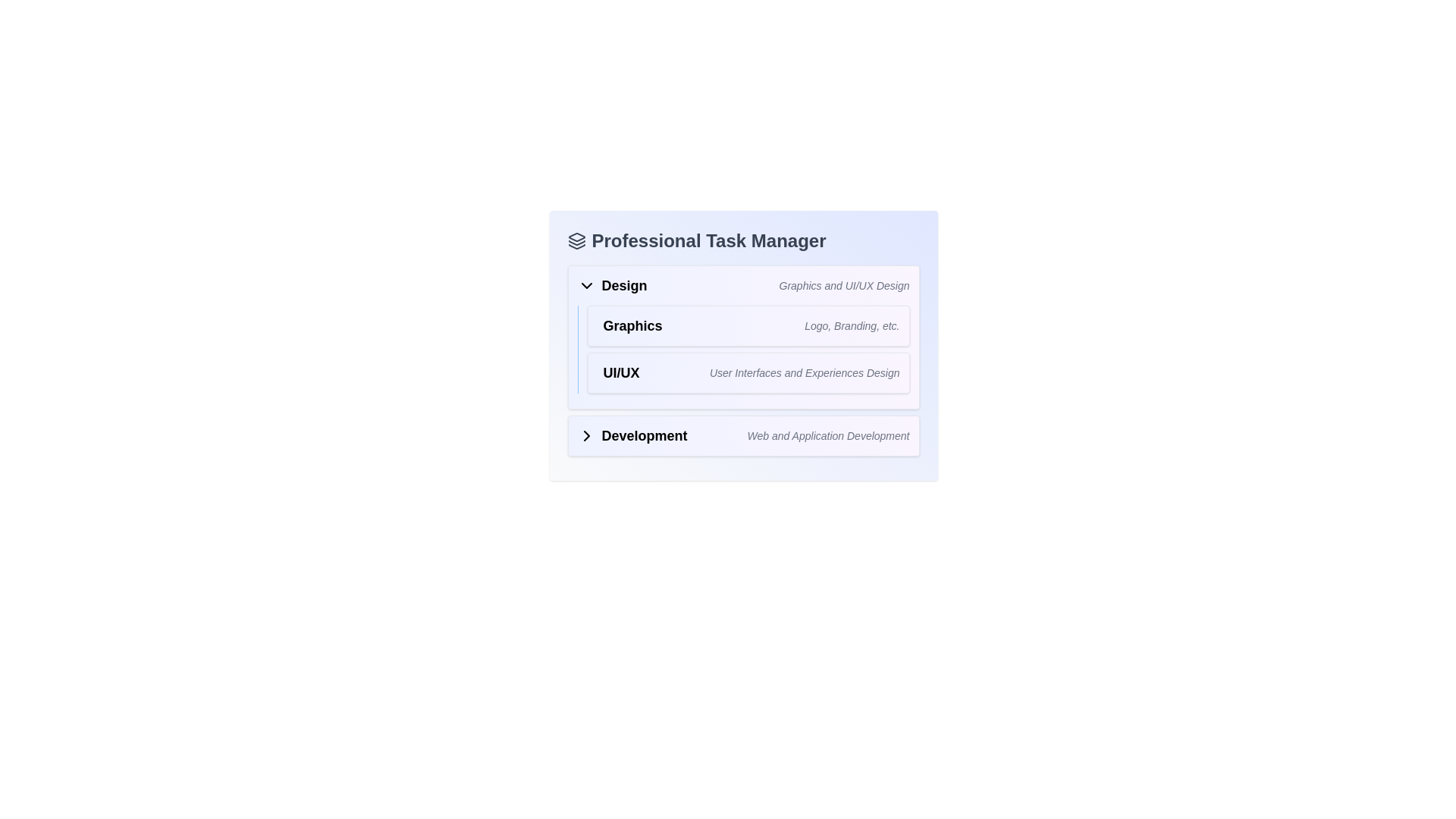  Describe the element at coordinates (612, 286) in the screenshot. I see `the dropdown indicator icon next to the 'Design' section header labeled 'Graphics and UI/UX Design' in the Professional Task Manager interface to expand or collapse related content` at that location.